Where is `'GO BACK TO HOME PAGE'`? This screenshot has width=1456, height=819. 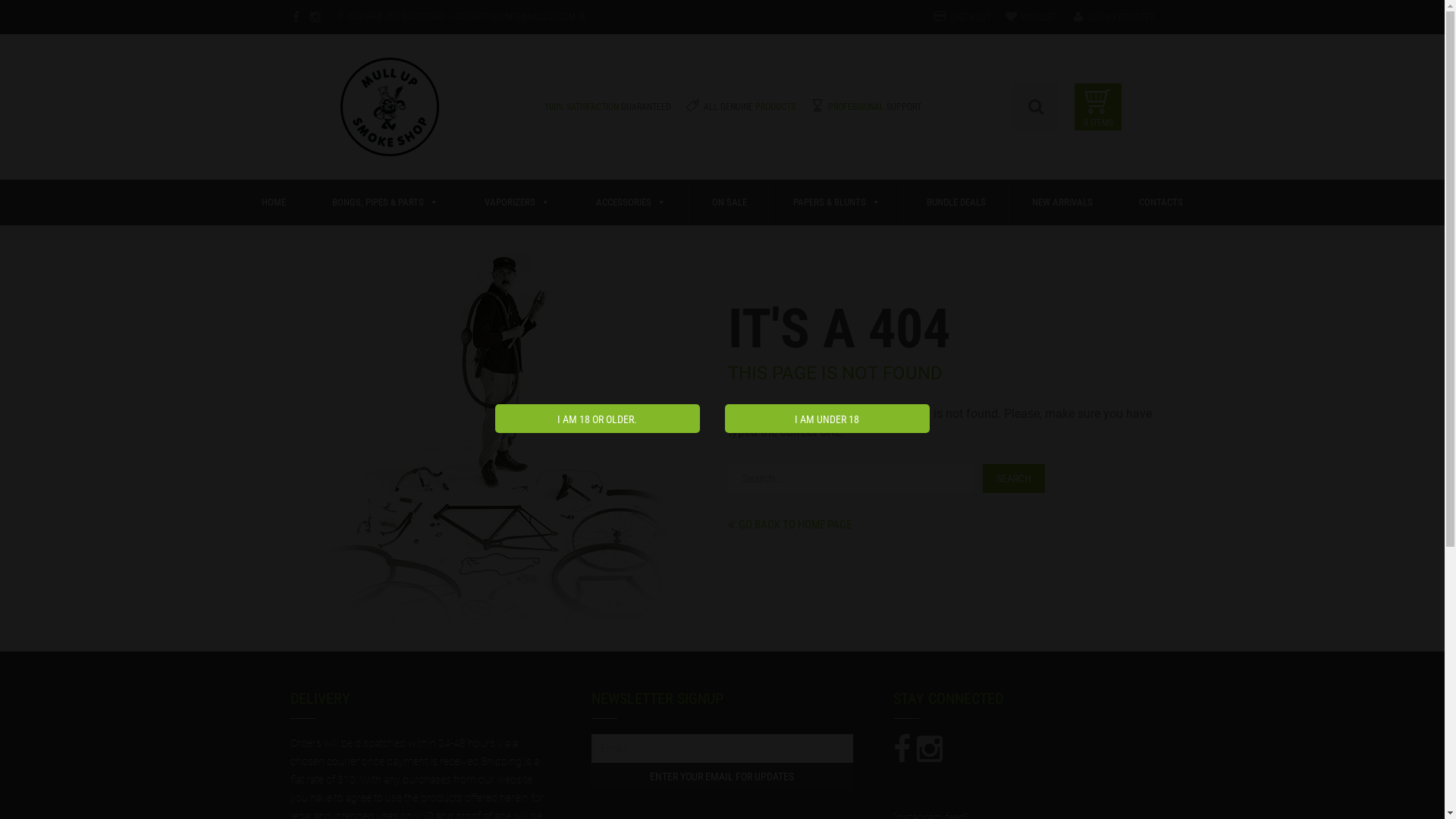 'GO BACK TO HOME PAGE' is located at coordinates (789, 523).